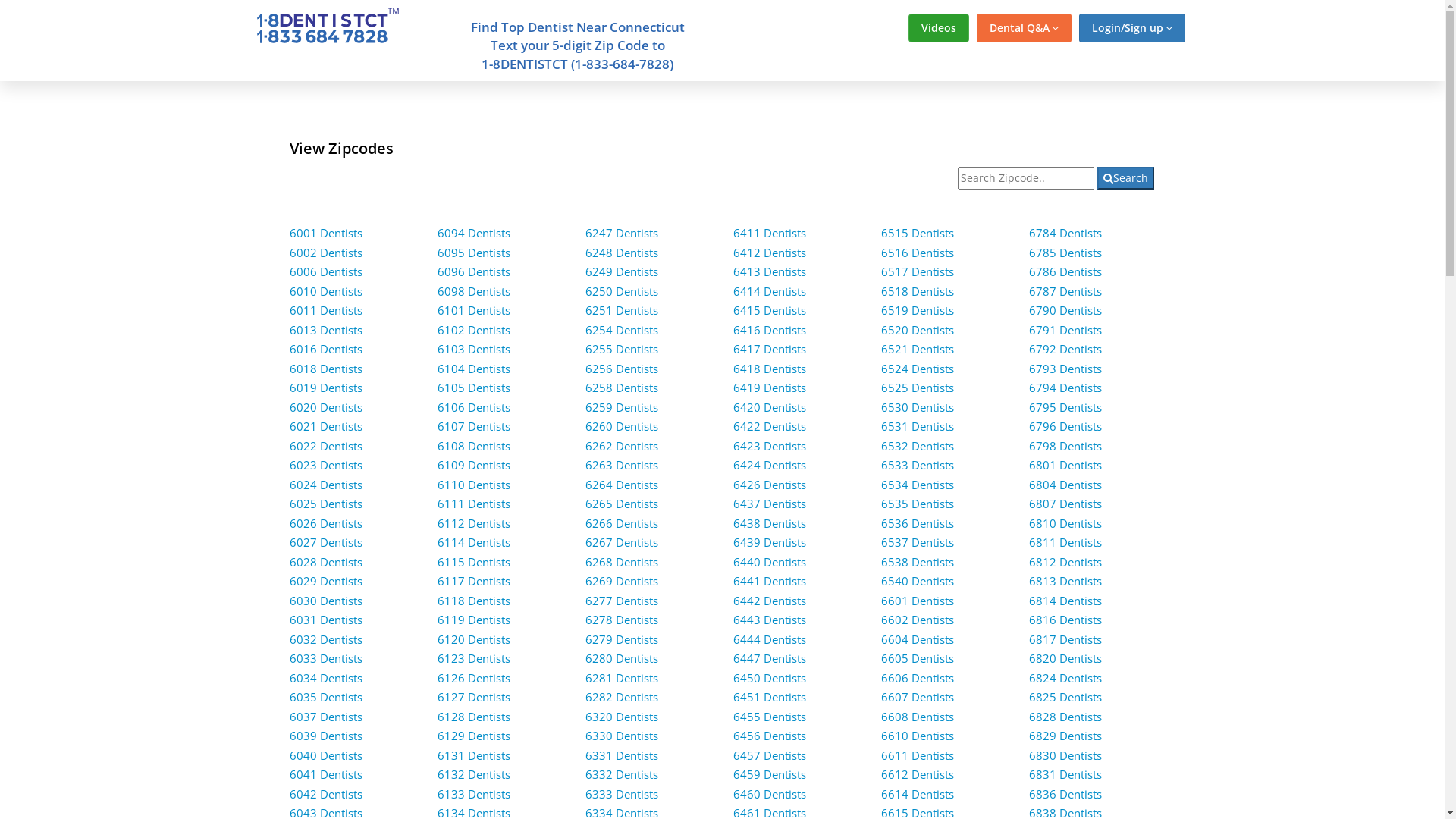 The image size is (1456, 819). What do you see at coordinates (622, 369) in the screenshot?
I see `'6256 Dentists'` at bounding box center [622, 369].